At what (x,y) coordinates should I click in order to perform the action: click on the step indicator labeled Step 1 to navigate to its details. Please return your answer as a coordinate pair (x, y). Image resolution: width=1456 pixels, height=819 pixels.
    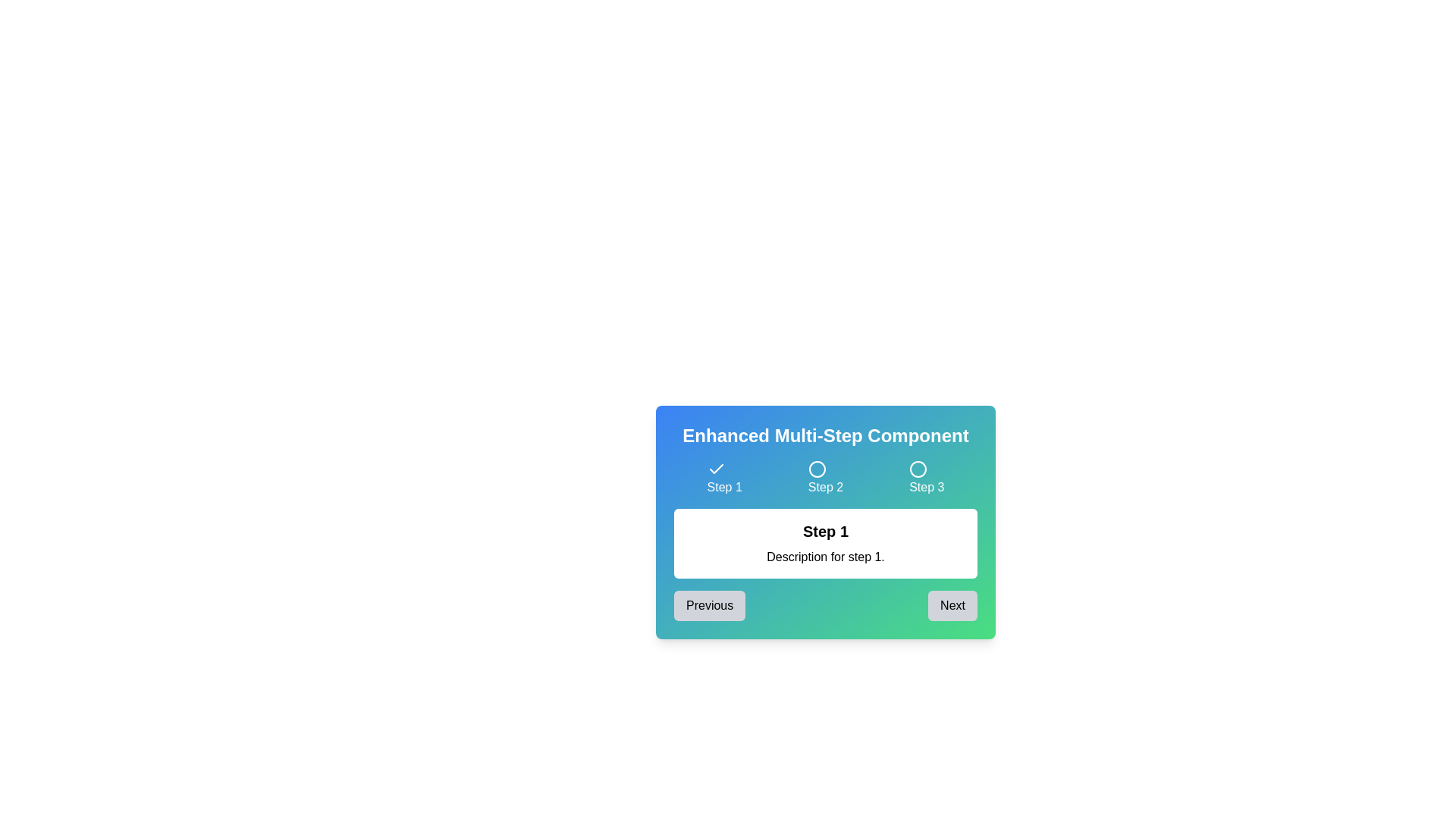
    Looking at the image, I should click on (723, 479).